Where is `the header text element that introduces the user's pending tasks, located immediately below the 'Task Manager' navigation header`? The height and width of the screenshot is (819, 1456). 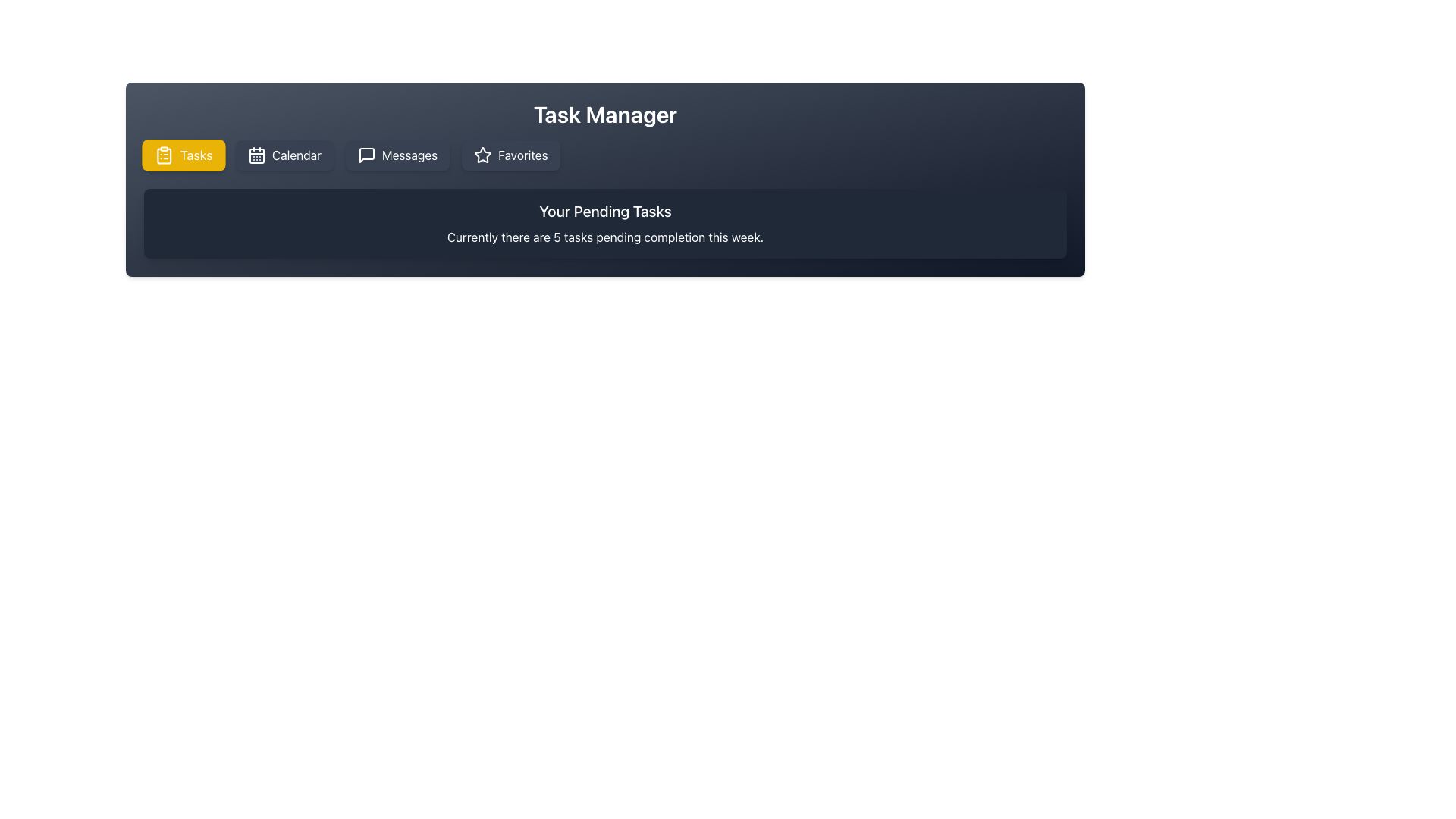 the header text element that introduces the user's pending tasks, located immediately below the 'Task Manager' navigation header is located at coordinates (604, 211).